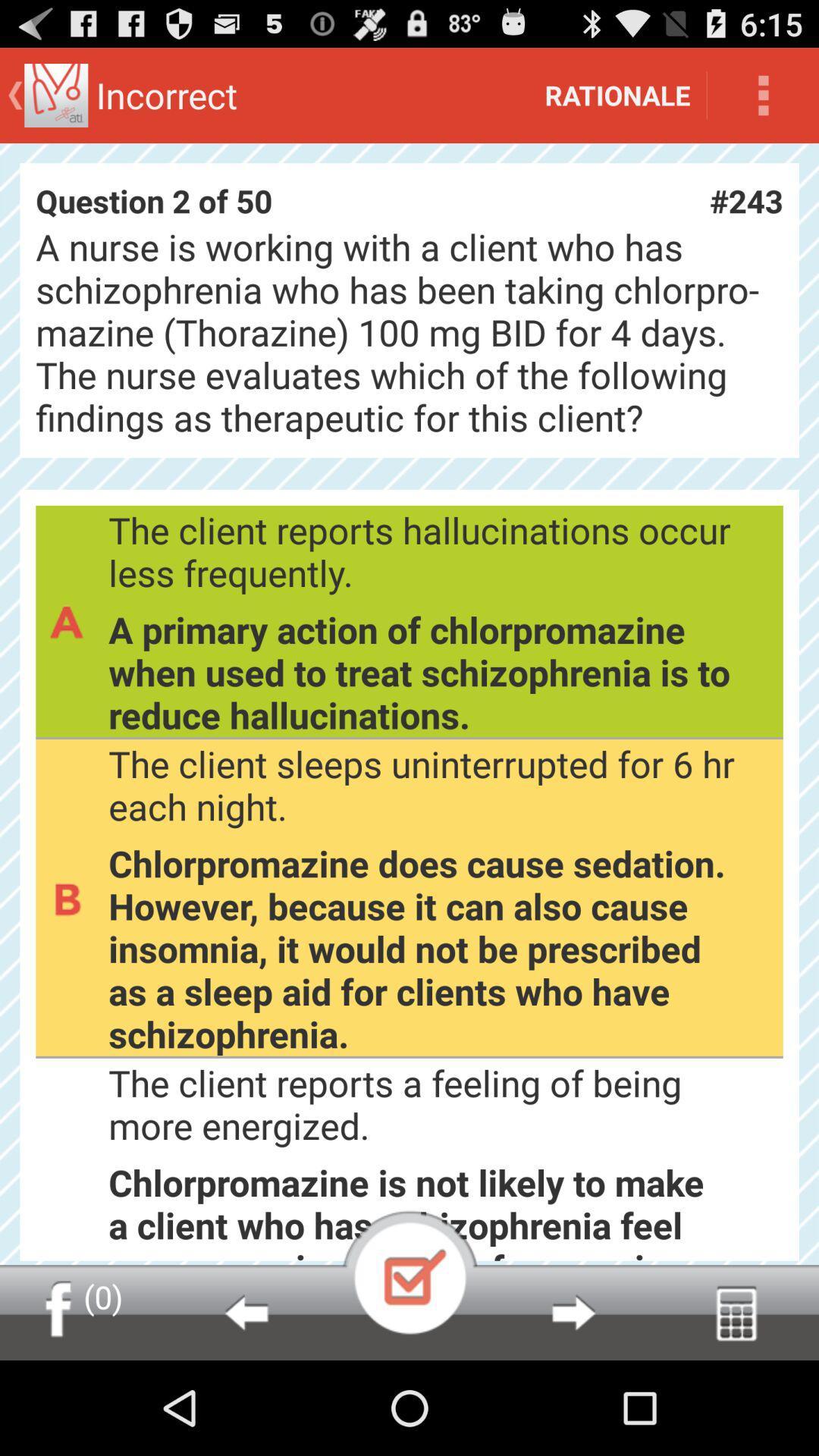 The image size is (819, 1456). I want to click on icon below chlorpromazine is not, so click(573, 1312).